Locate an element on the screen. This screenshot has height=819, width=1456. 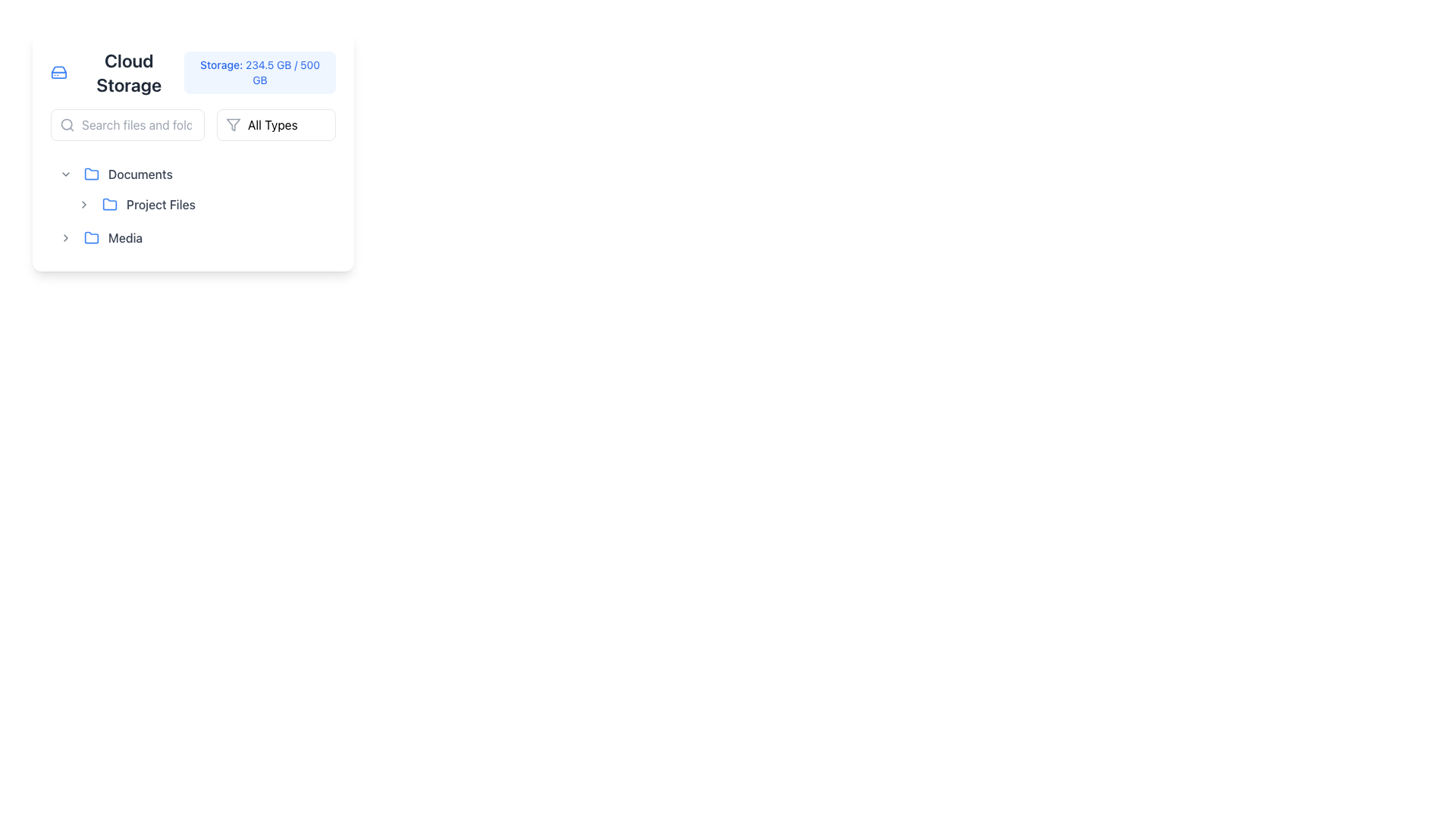
the small right-facing chevron icon, which is a vector graphic element used as an indicator for expandable items, located to the left of the 'Project Files' label is located at coordinates (83, 205).